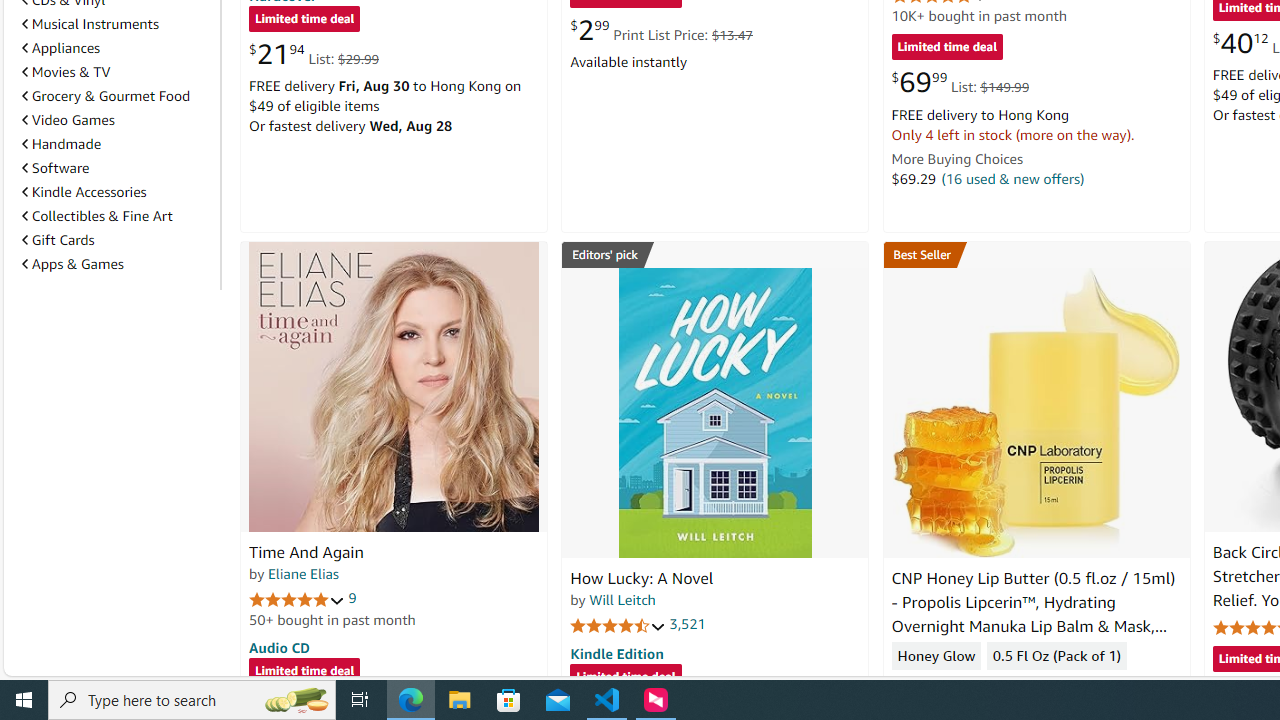  What do you see at coordinates (661, 30) in the screenshot?
I see `'$2.99 Print List Price: $13.47'` at bounding box center [661, 30].